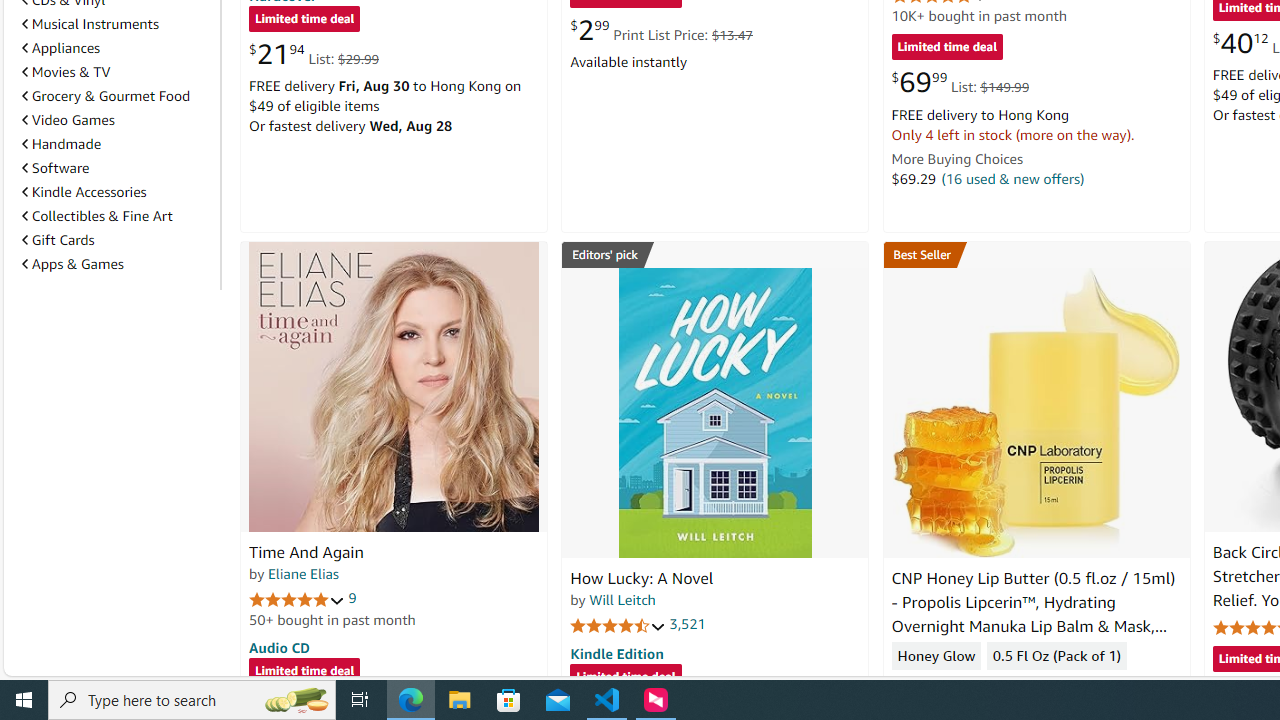  What do you see at coordinates (661, 30) in the screenshot?
I see `'$2.99 Print List Price: $13.47'` at bounding box center [661, 30].